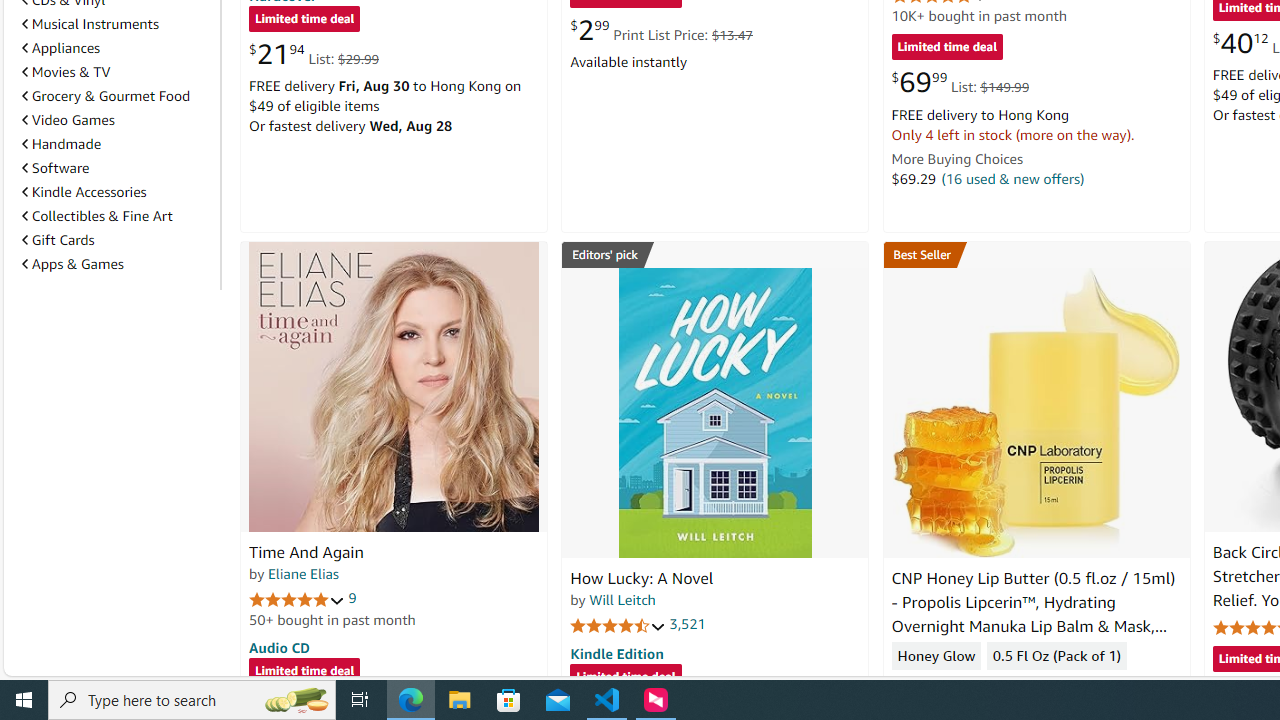  What do you see at coordinates (661, 30) in the screenshot?
I see `'$2.99 Print List Price: $13.47'` at bounding box center [661, 30].